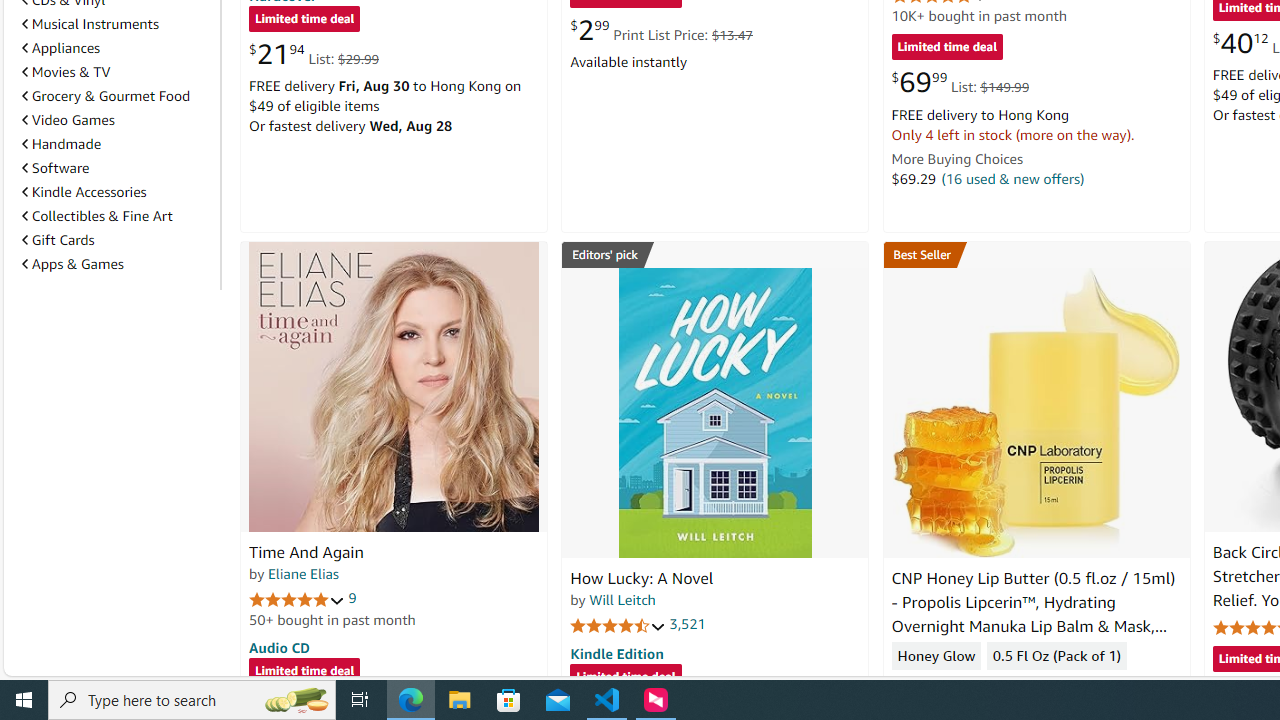  What do you see at coordinates (661, 30) in the screenshot?
I see `'$2.99 Print List Price: $13.47'` at bounding box center [661, 30].